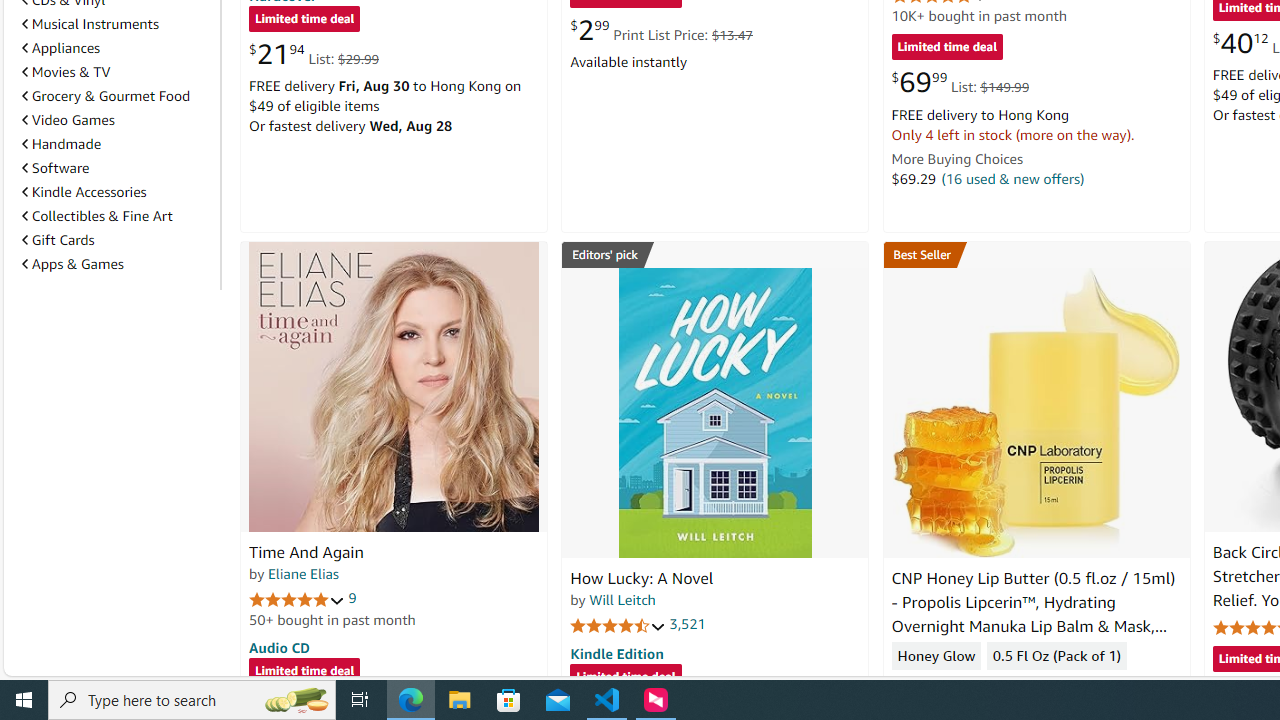  What do you see at coordinates (661, 30) in the screenshot?
I see `'$2.99 Print List Price: $13.47'` at bounding box center [661, 30].